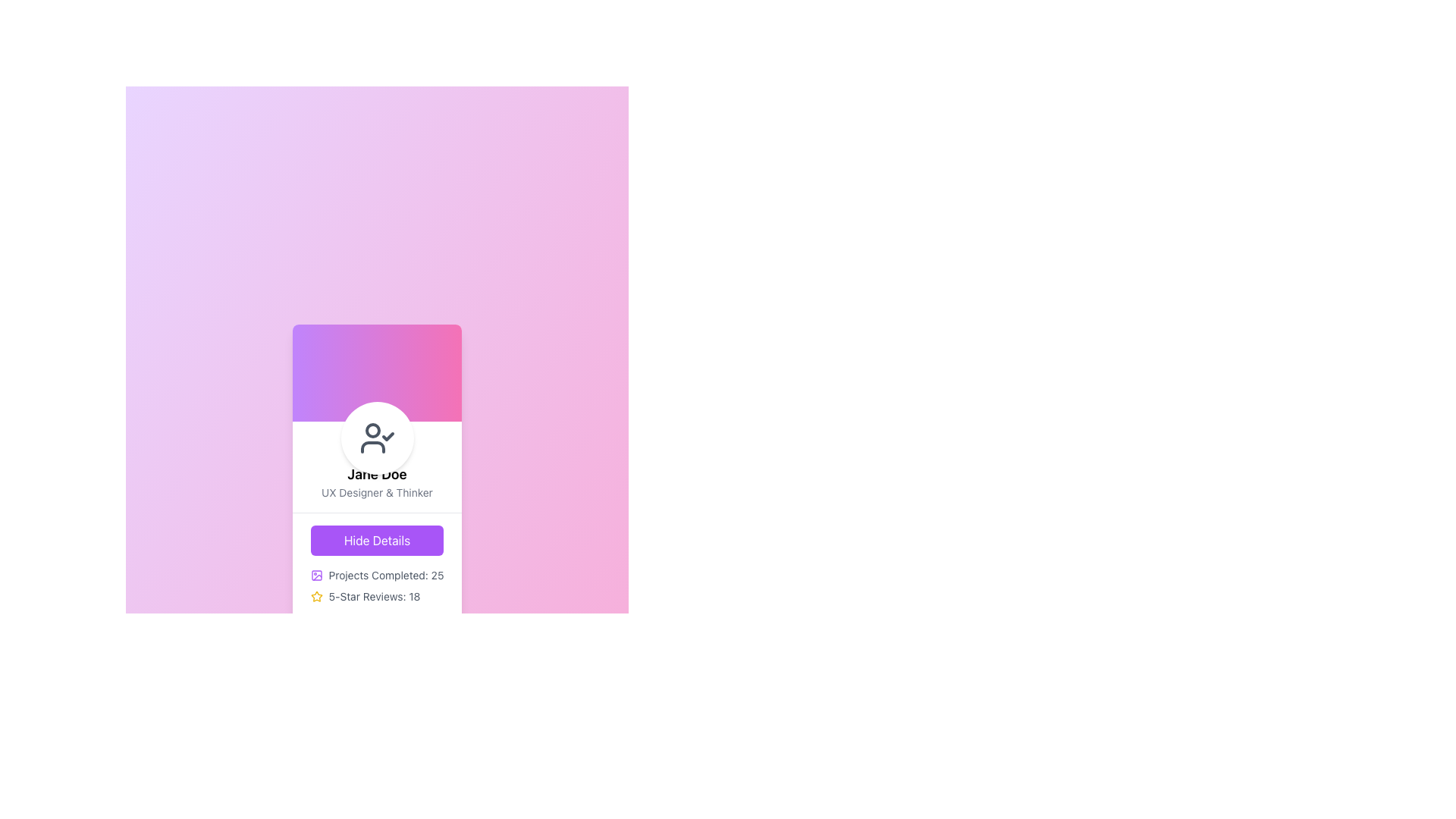  What do you see at coordinates (377, 473) in the screenshot?
I see `the static text label displaying 'Jane Doe', which is styled in a bold, large font and positioned centrally in the card interface above the role description text` at bounding box center [377, 473].